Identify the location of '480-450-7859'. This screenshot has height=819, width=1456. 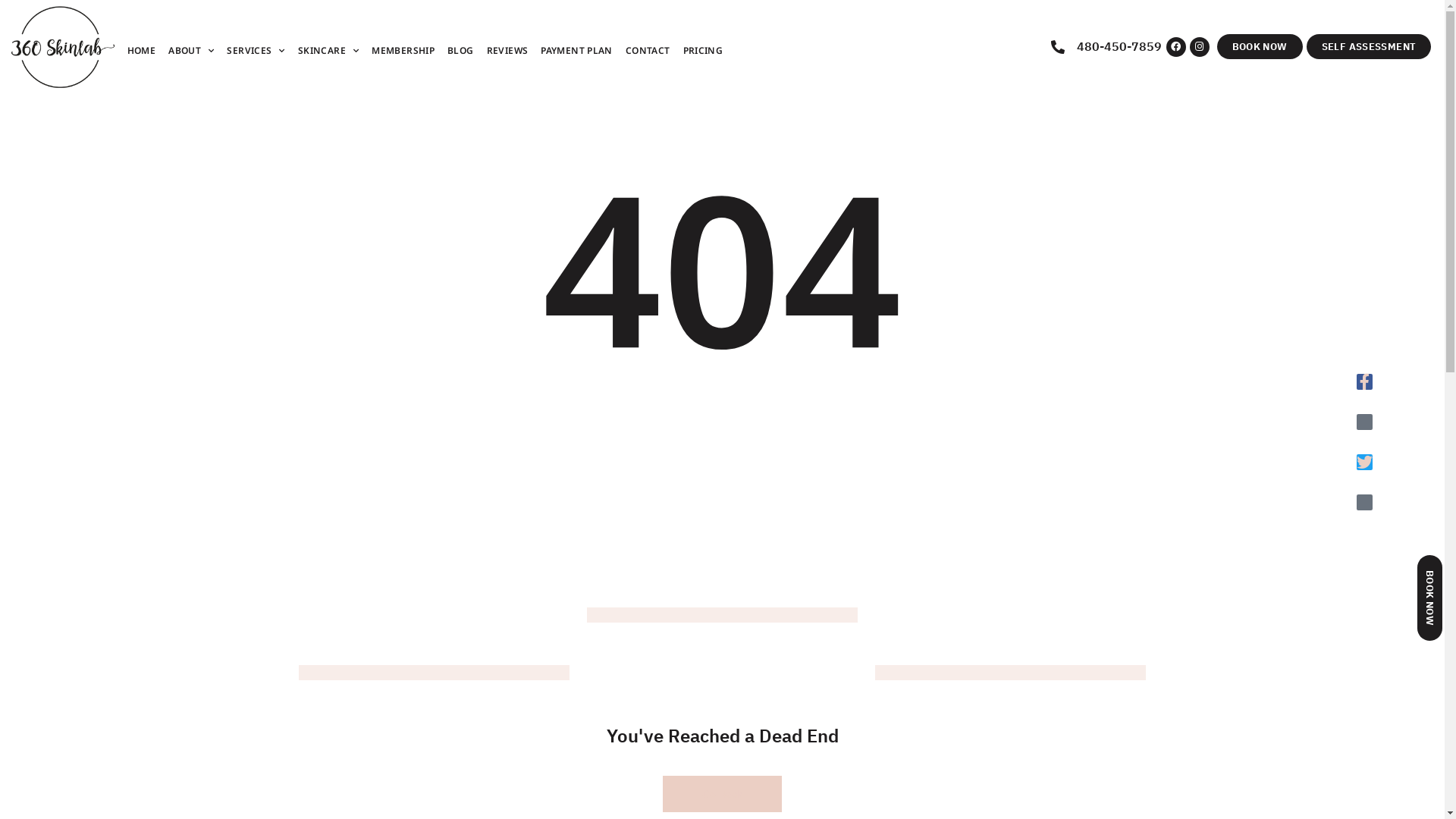
(1109, 45).